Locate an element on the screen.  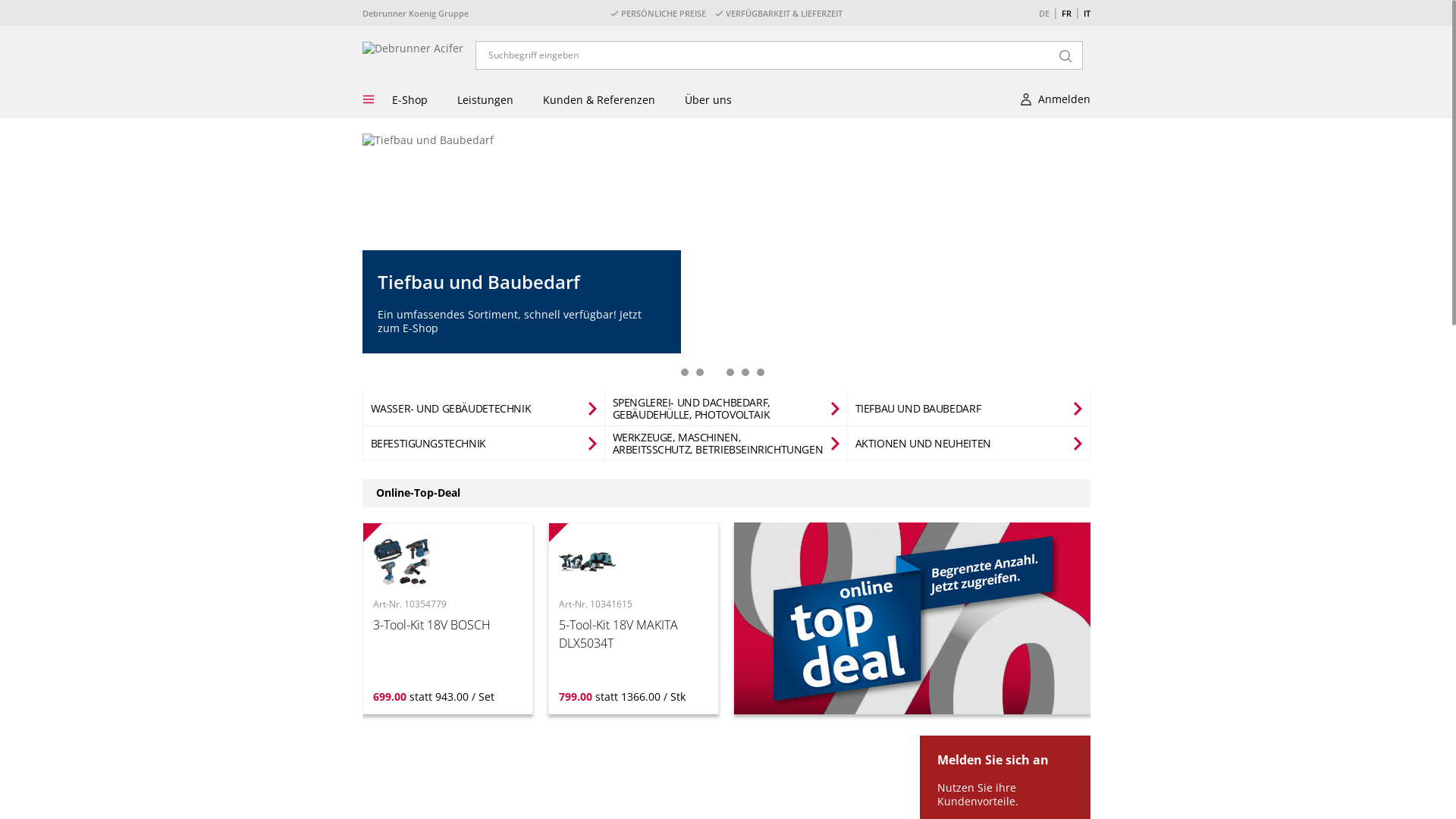
'DE' is located at coordinates (1037, 13).